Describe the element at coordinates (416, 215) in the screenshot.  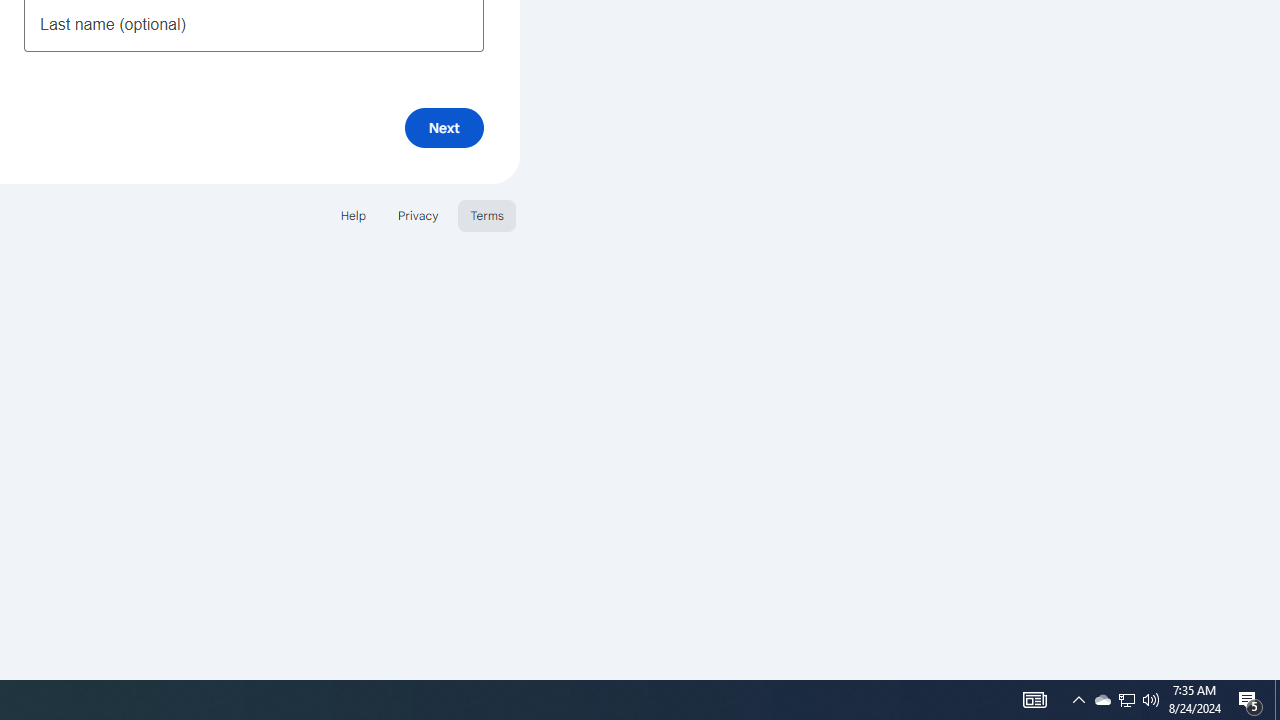
I see `'Privacy'` at that location.